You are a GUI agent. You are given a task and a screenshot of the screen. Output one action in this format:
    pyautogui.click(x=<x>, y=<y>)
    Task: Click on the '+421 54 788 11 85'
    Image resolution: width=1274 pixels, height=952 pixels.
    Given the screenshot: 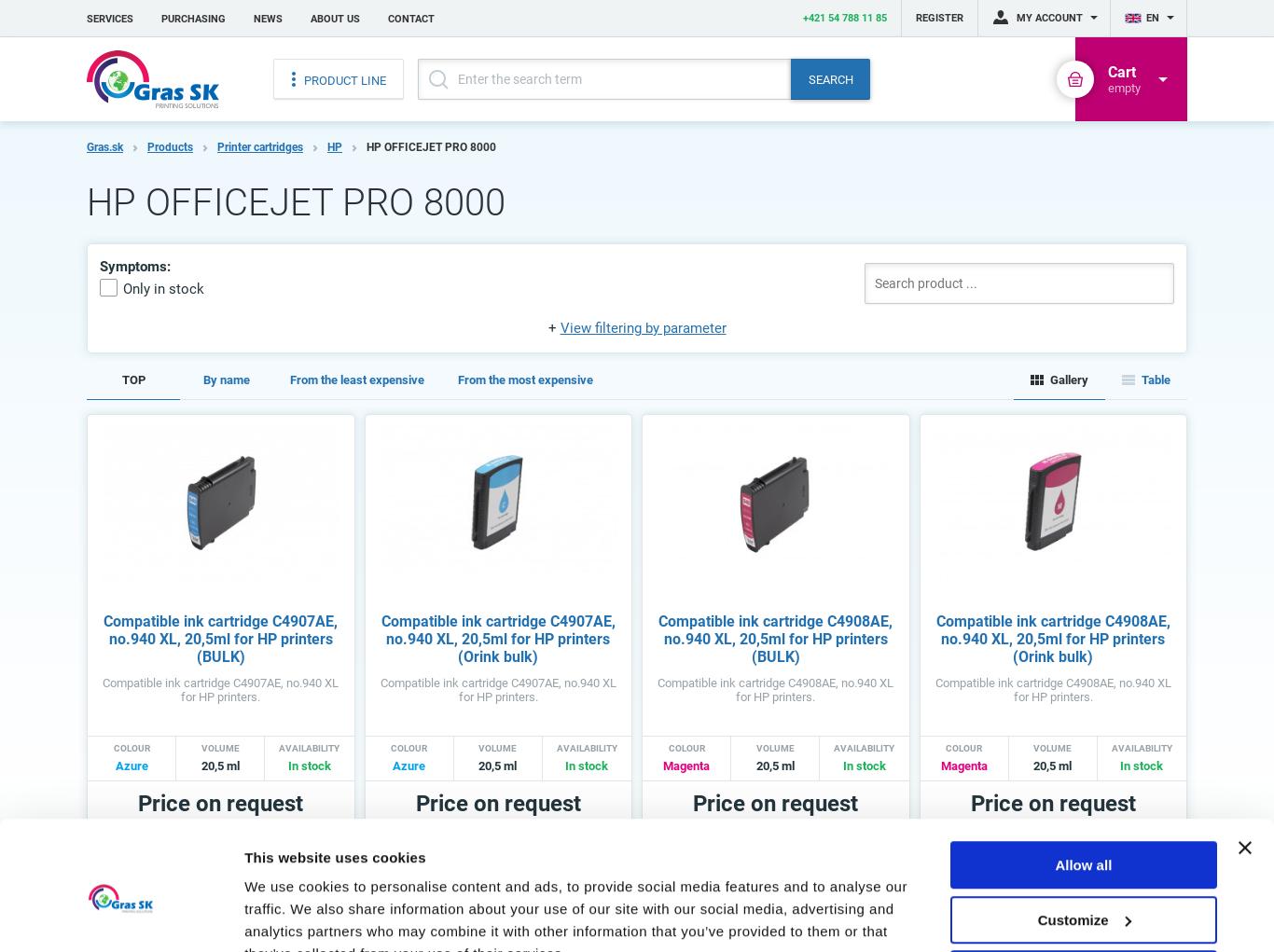 What is the action you would take?
    pyautogui.click(x=844, y=17)
    